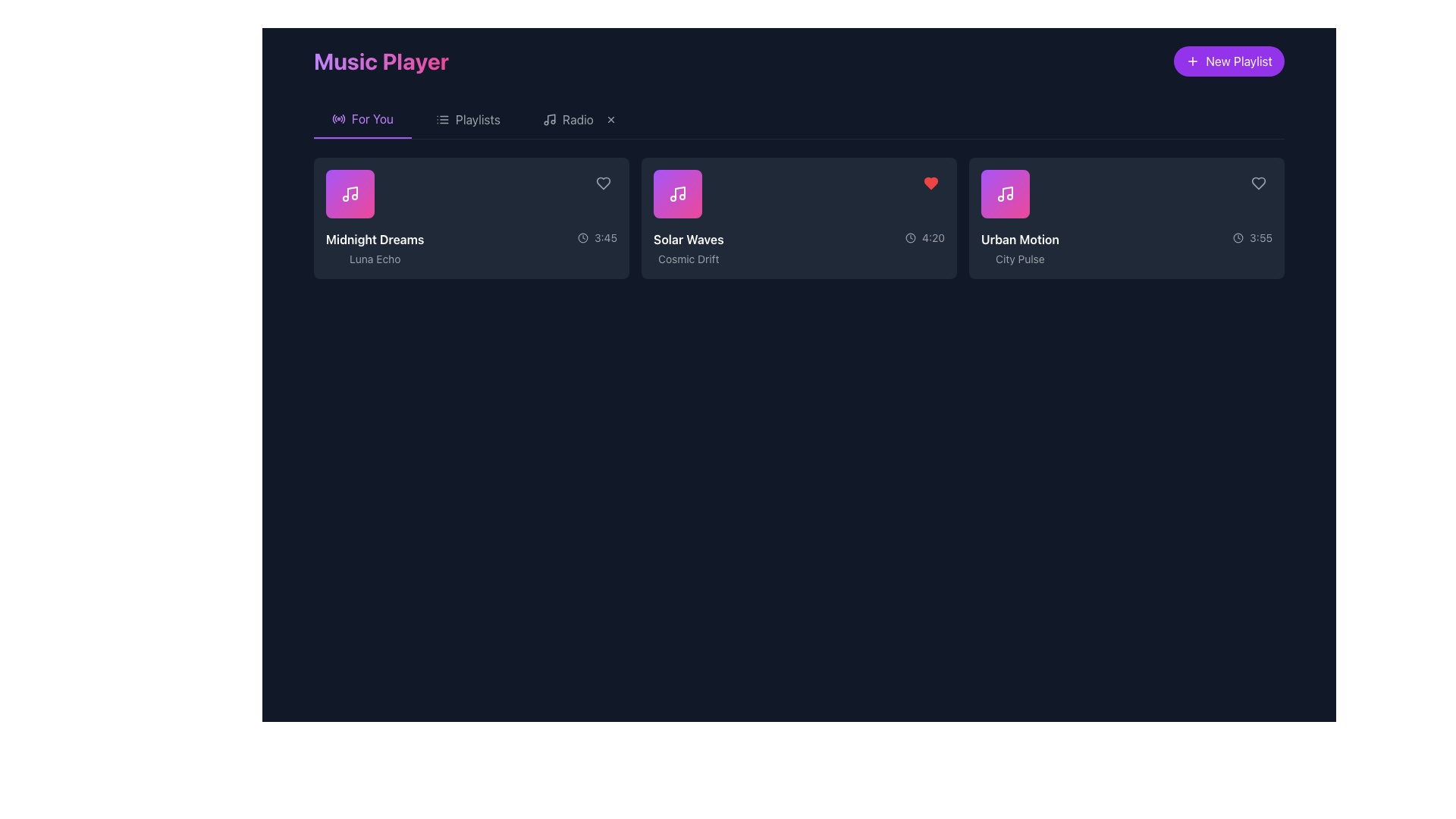 The height and width of the screenshot is (819, 1456). Describe the element at coordinates (688, 239) in the screenshot. I see `text content of the 'Solar Waves' label, which is the topmost text in the second item of a horizontally arranged list of music items` at that location.